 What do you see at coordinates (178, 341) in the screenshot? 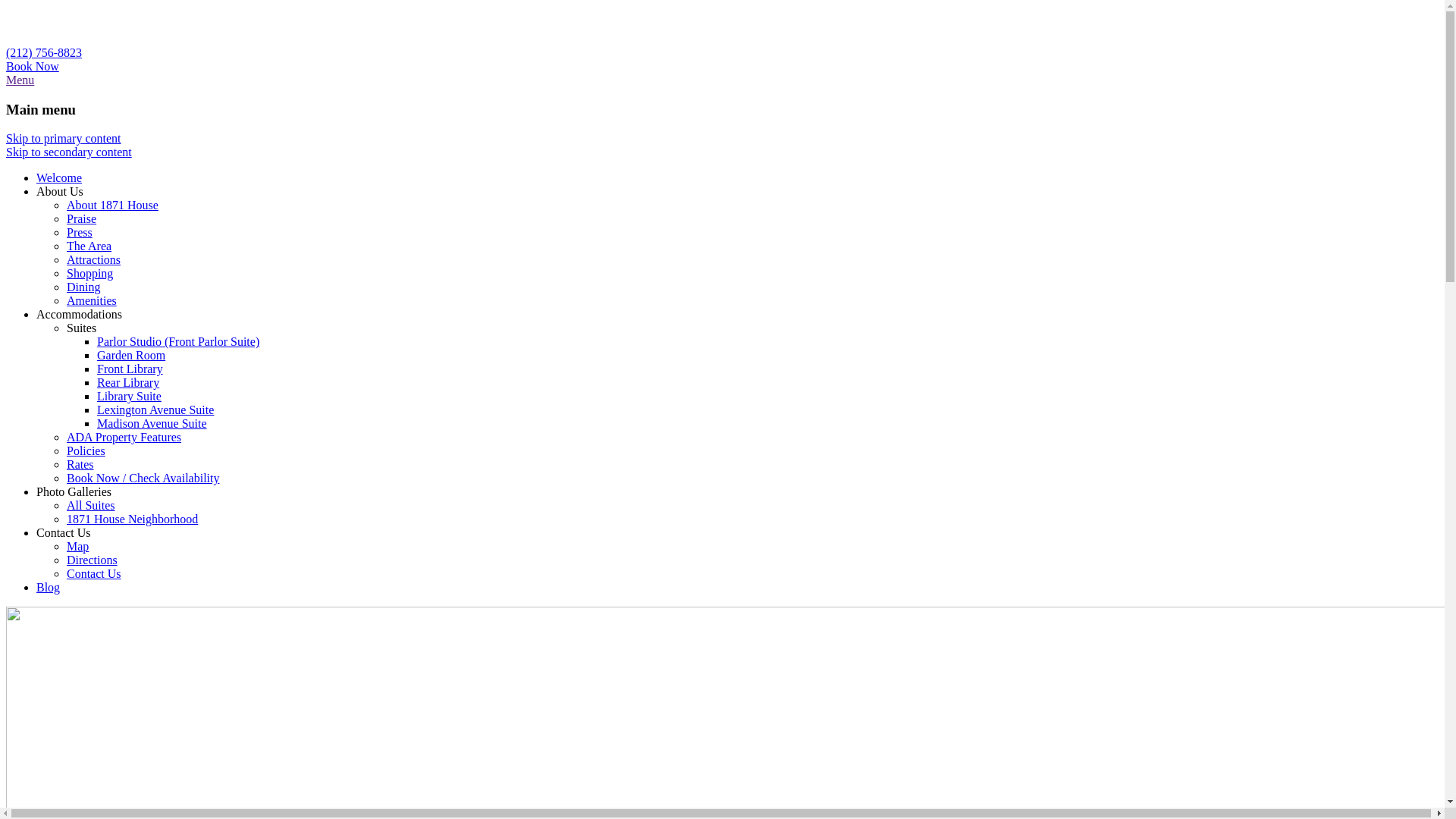
I see `'Parlor Studio (Front Parlor Suite)'` at bounding box center [178, 341].